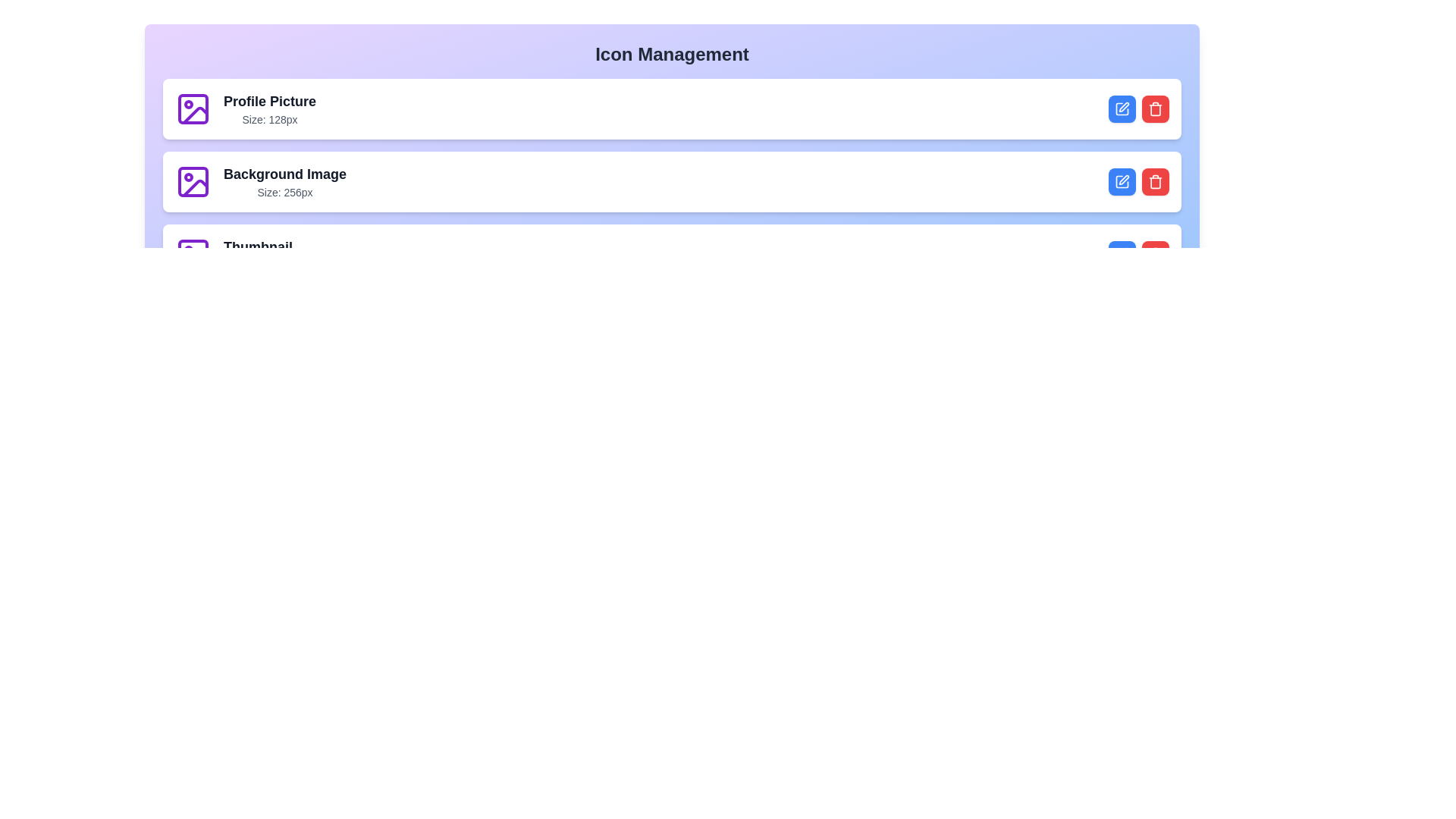 This screenshot has width=1456, height=819. Describe the element at coordinates (269, 108) in the screenshot. I see `the first text block in the vertical list that provides descriptive information about a profile picture, including its name and size` at that location.